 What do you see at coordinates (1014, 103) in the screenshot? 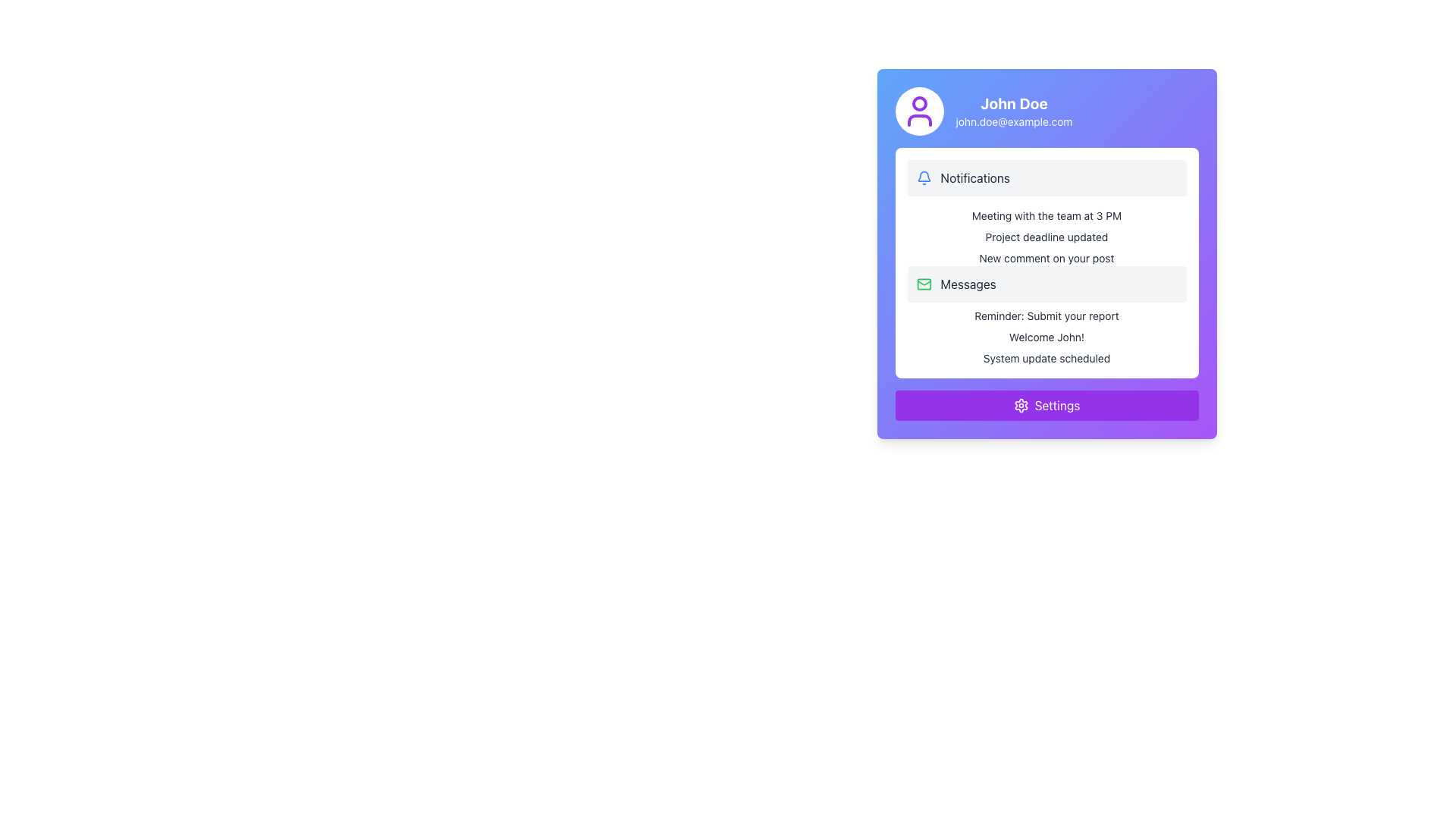
I see `the static text element displaying 'John Doe', which is prominently styled in white on a gradient blue to purple background, located near the top of a card-like component` at bounding box center [1014, 103].